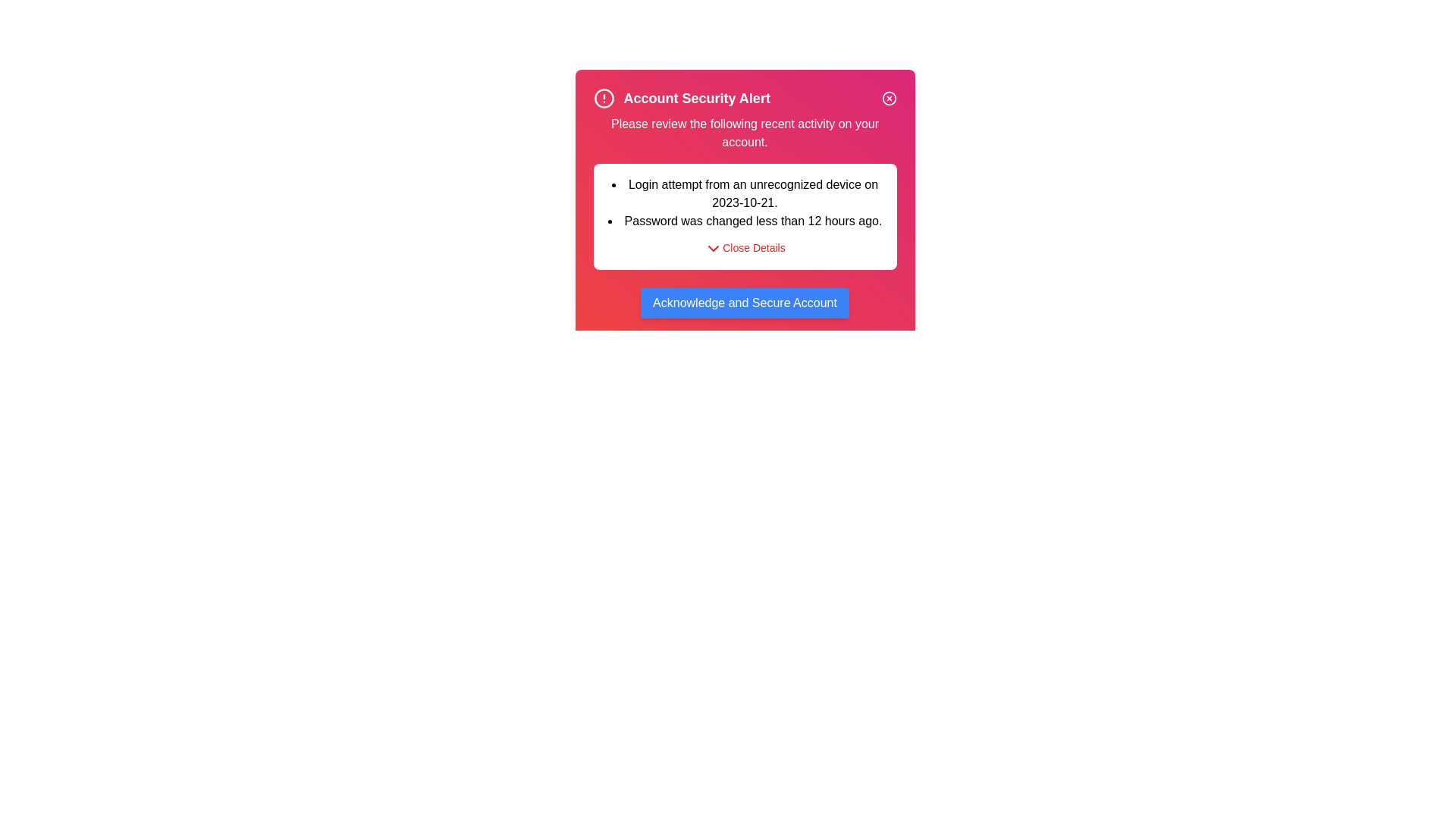 The height and width of the screenshot is (819, 1456). What do you see at coordinates (713, 247) in the screenshot?
I see `the Chevron icon located to the left of the 'Close Details' text within the alert box` at bounding box center [713, 247].